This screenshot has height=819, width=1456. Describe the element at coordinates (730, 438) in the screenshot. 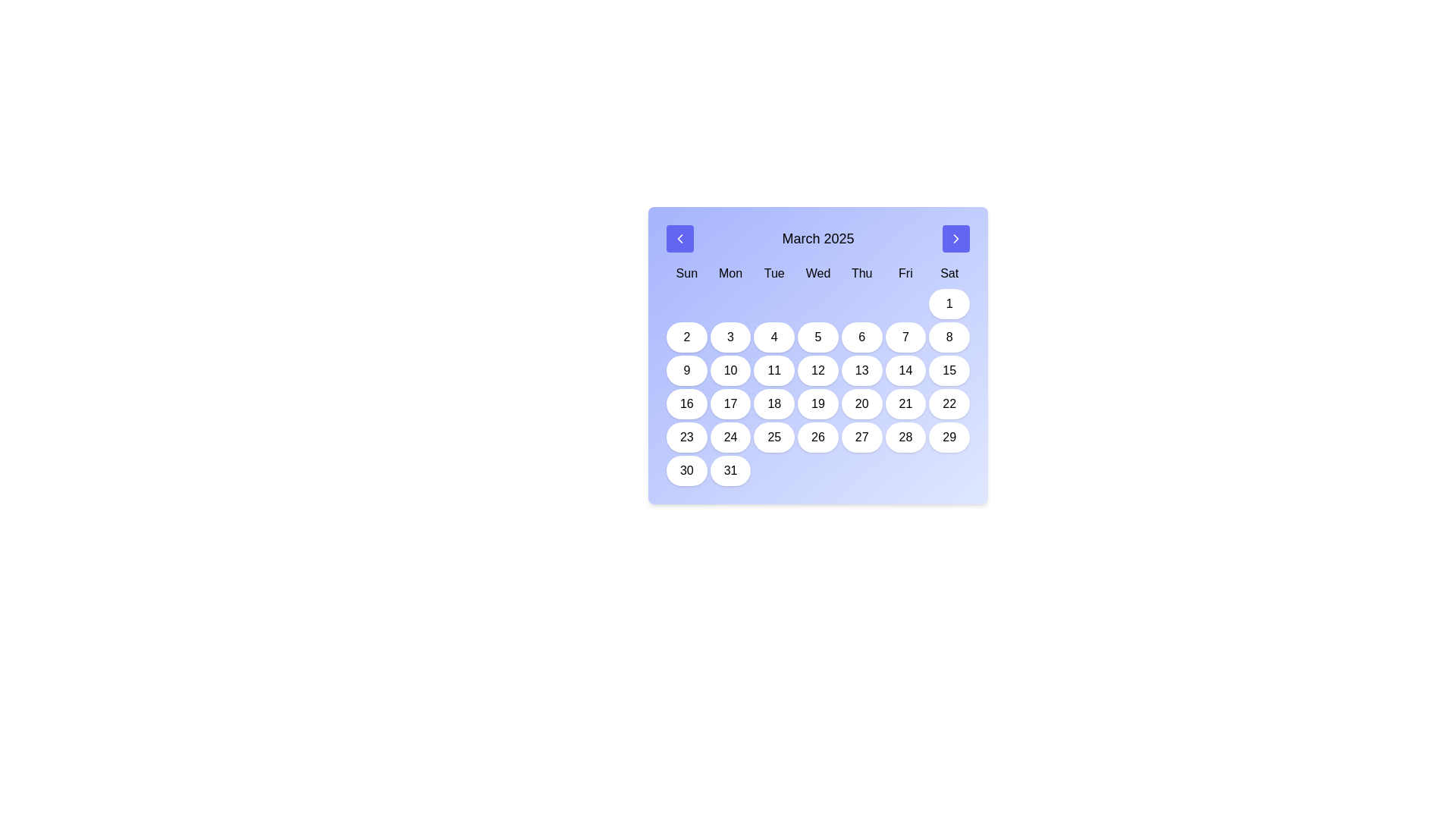

I see `the 24th date button` at that location.